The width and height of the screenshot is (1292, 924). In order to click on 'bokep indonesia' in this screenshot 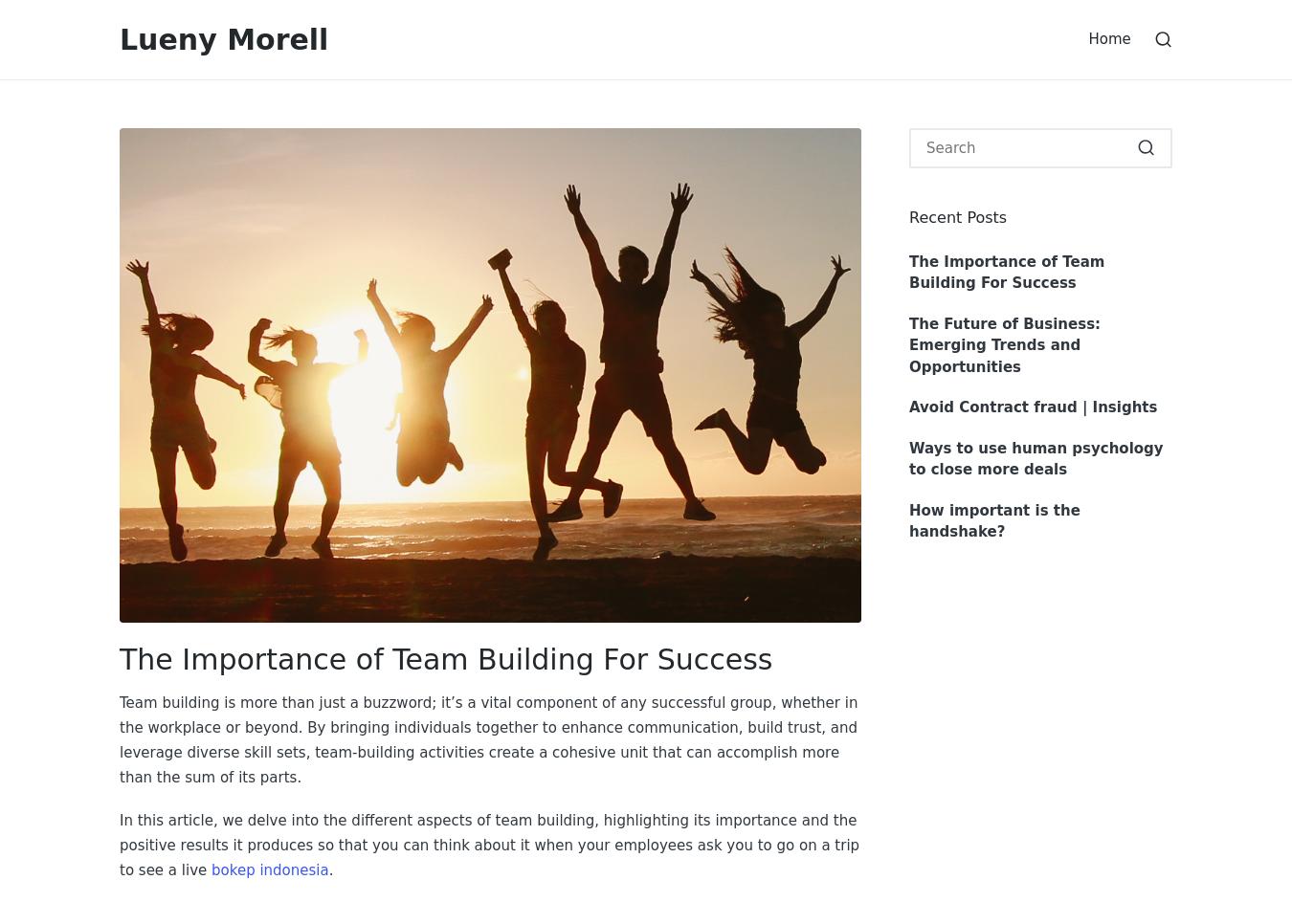, I will do `click(269, 869)`.